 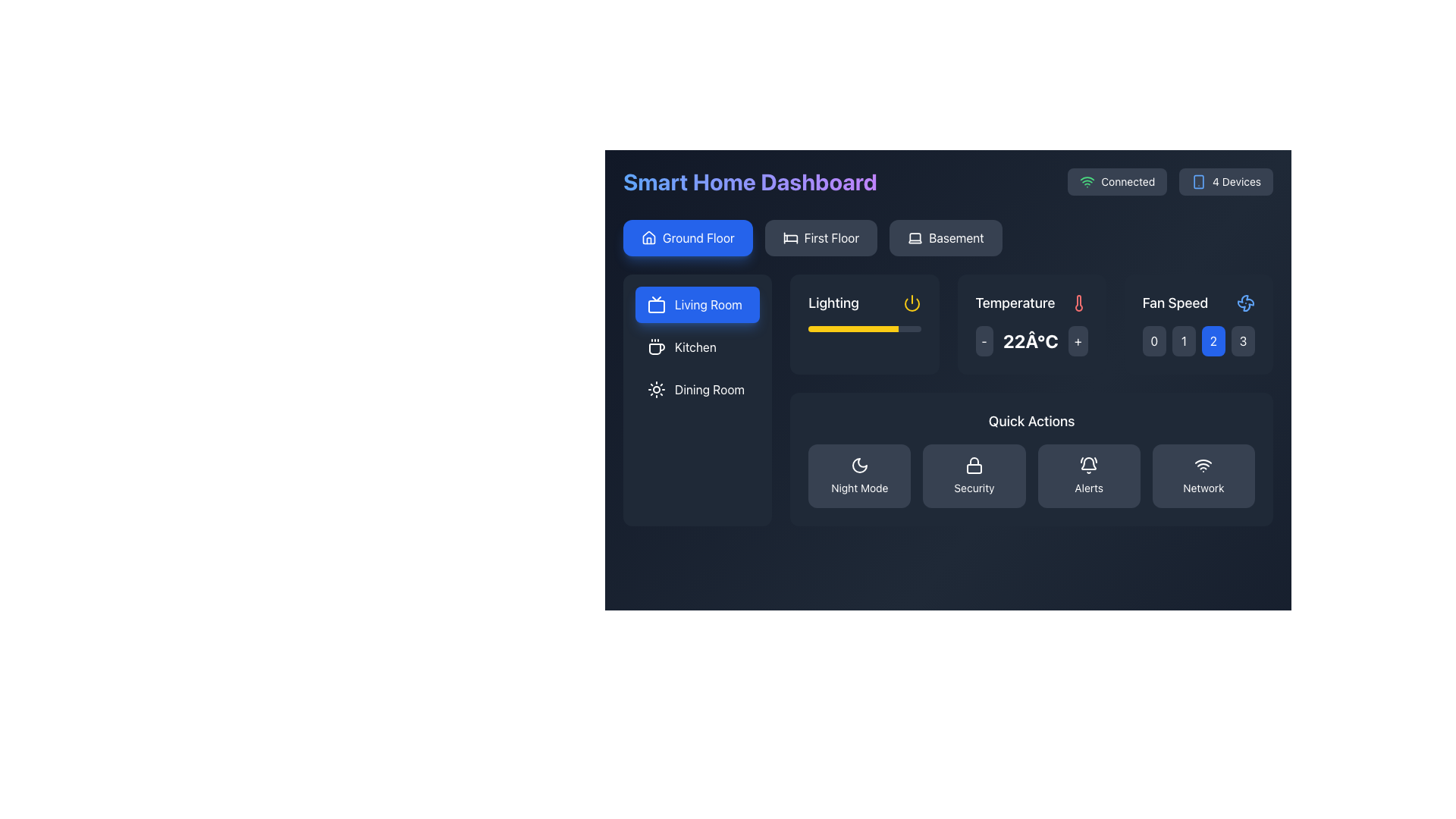 What do you see at coordinates (974, 488) in the screenshot?
I see `the text label displaying 'Security' located at the bottom section of the 'Security' button in the 'Quick Actions' section` at bounding box center [974, 488].